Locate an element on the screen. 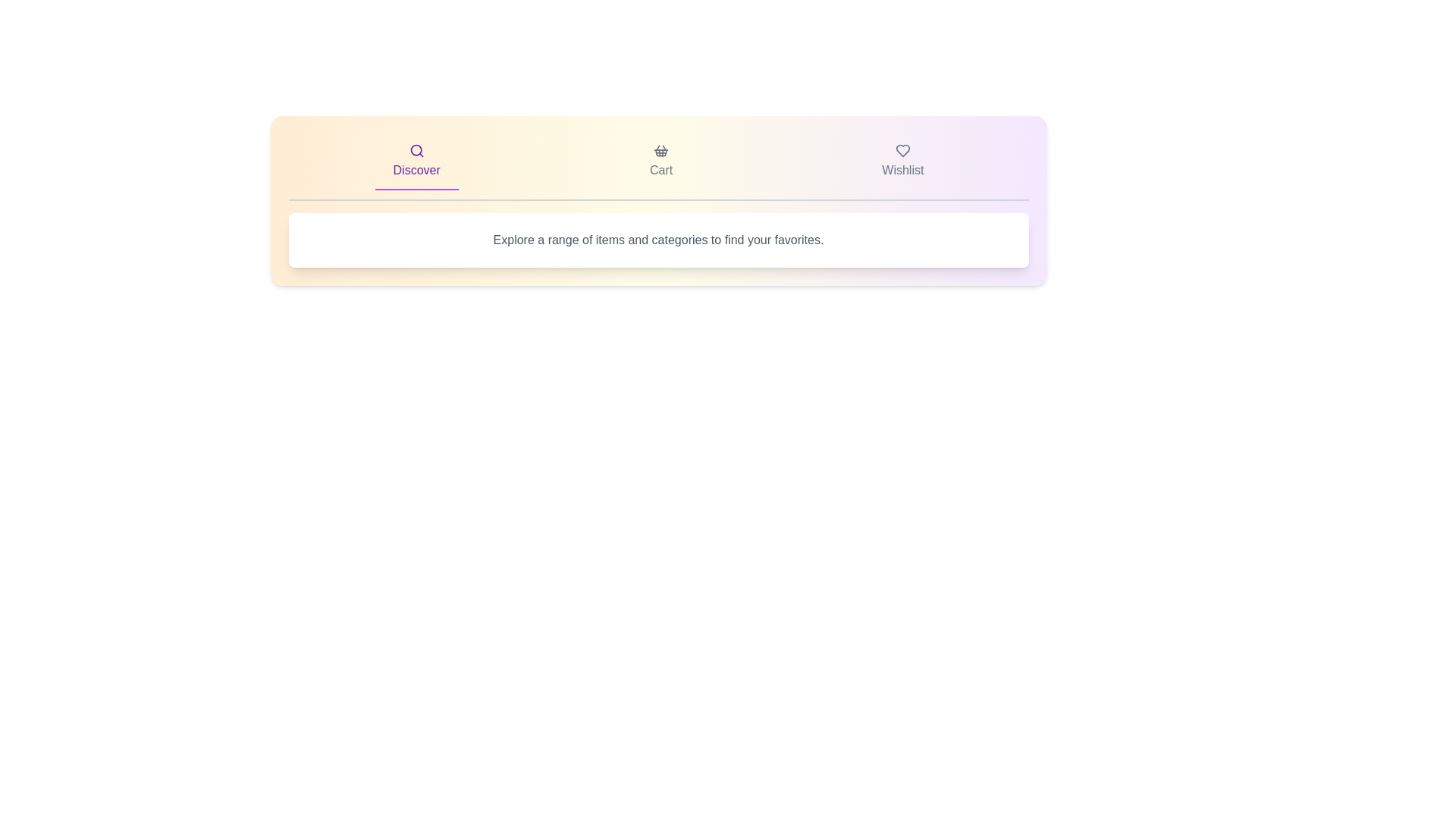 The width and height of the screenshot is (1456, 819). the Wishlist tab to observe its hover effect is located at coordinates (902, 162).